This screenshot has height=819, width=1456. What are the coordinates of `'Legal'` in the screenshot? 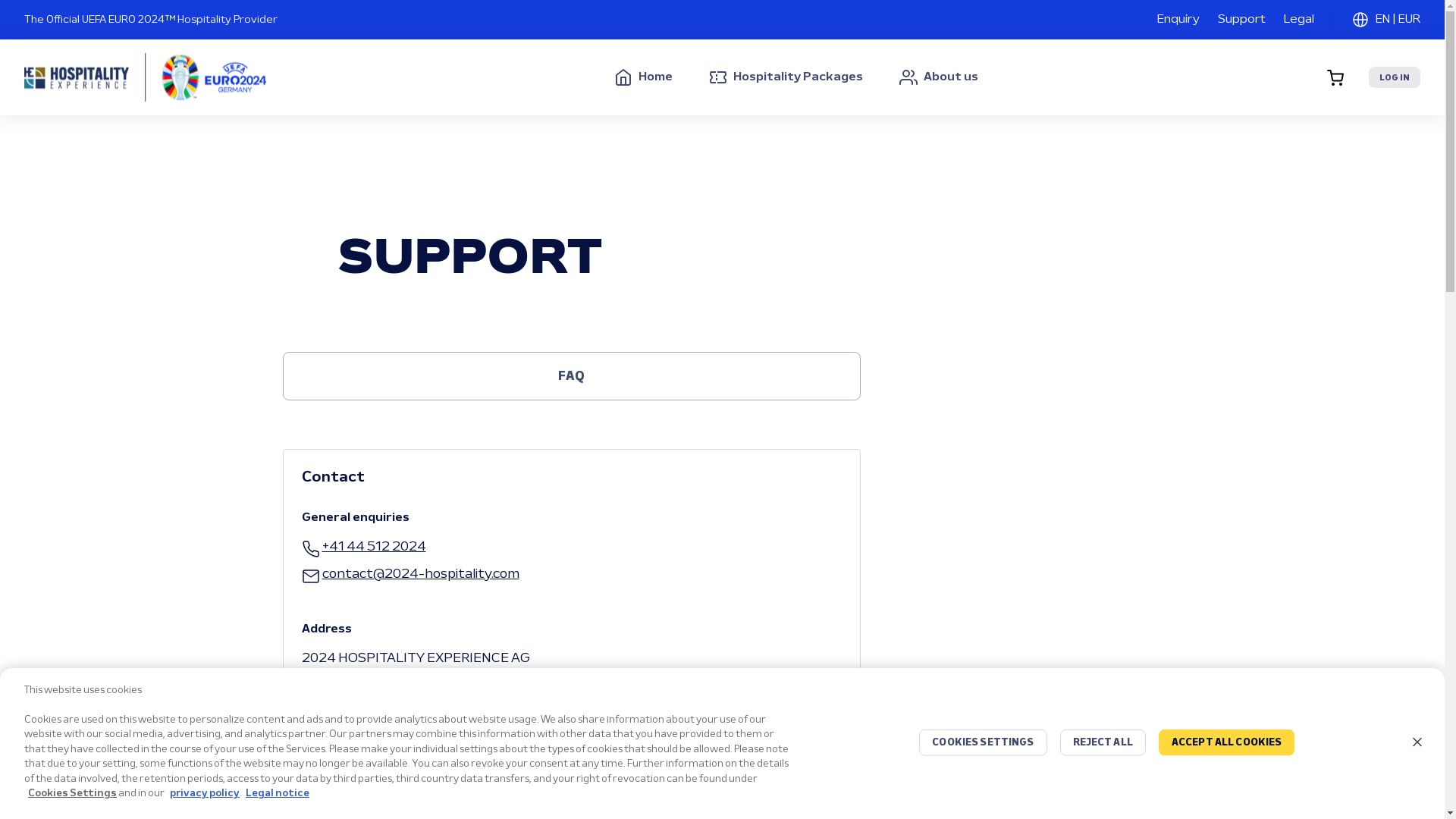 It's located at (1283, 19).